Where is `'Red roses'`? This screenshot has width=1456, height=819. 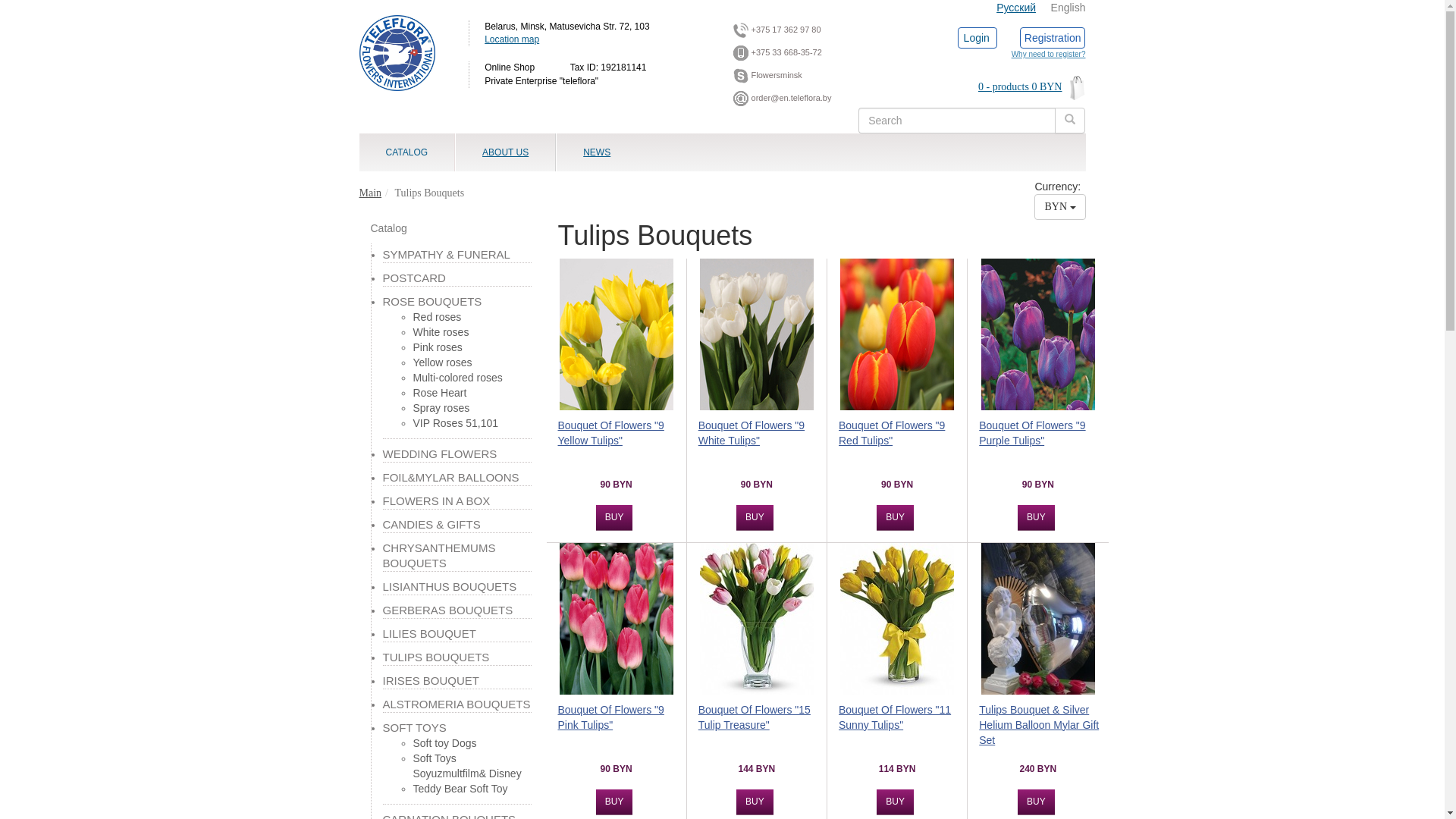
'Red roses' is located at coordinates (436, 315).